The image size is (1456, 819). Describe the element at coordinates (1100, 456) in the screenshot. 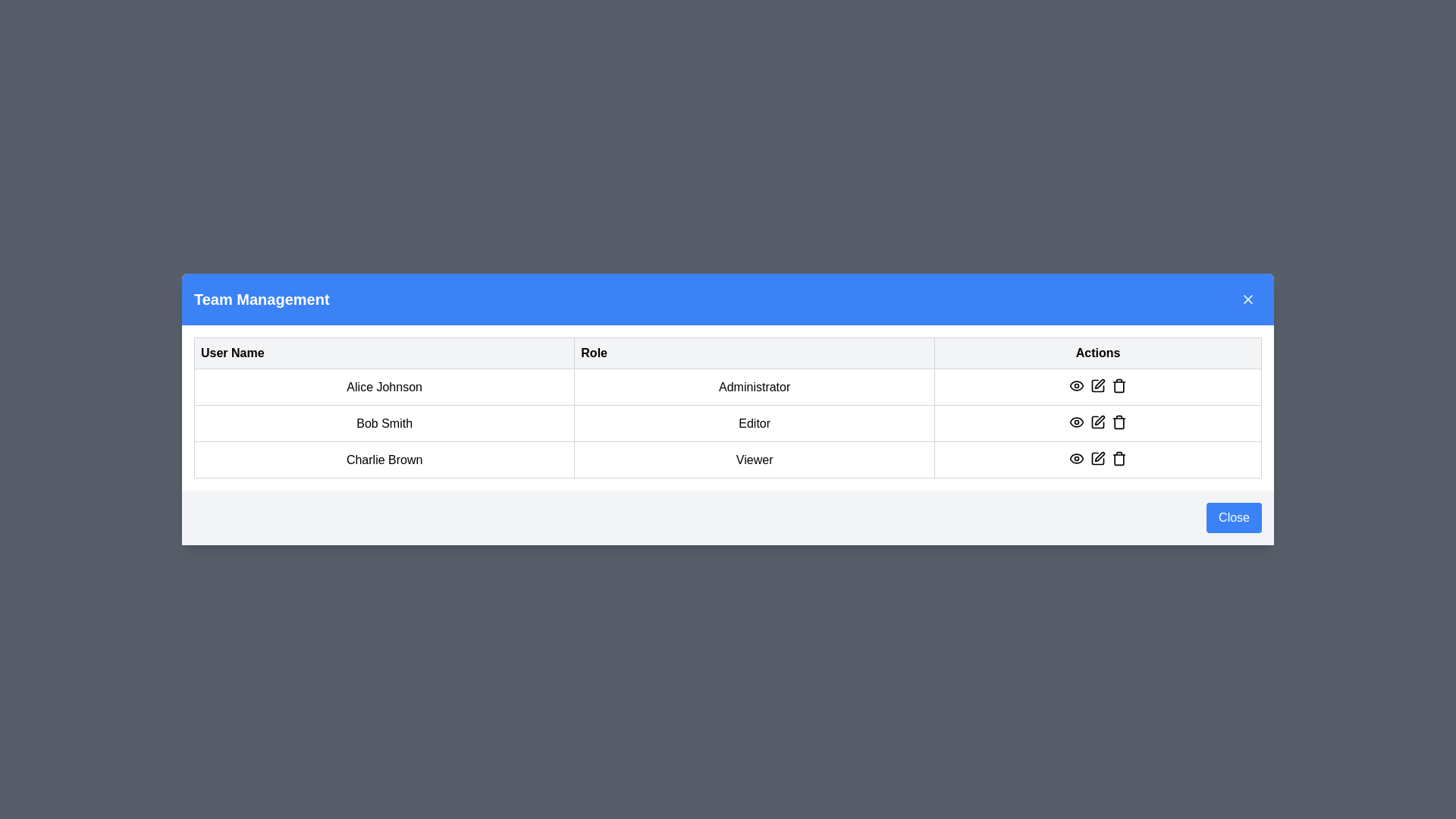

I see `the editing icon in the 'Actions' column of the last row for user 'Charlie Brown' to initiate editing for the related row` at that location.